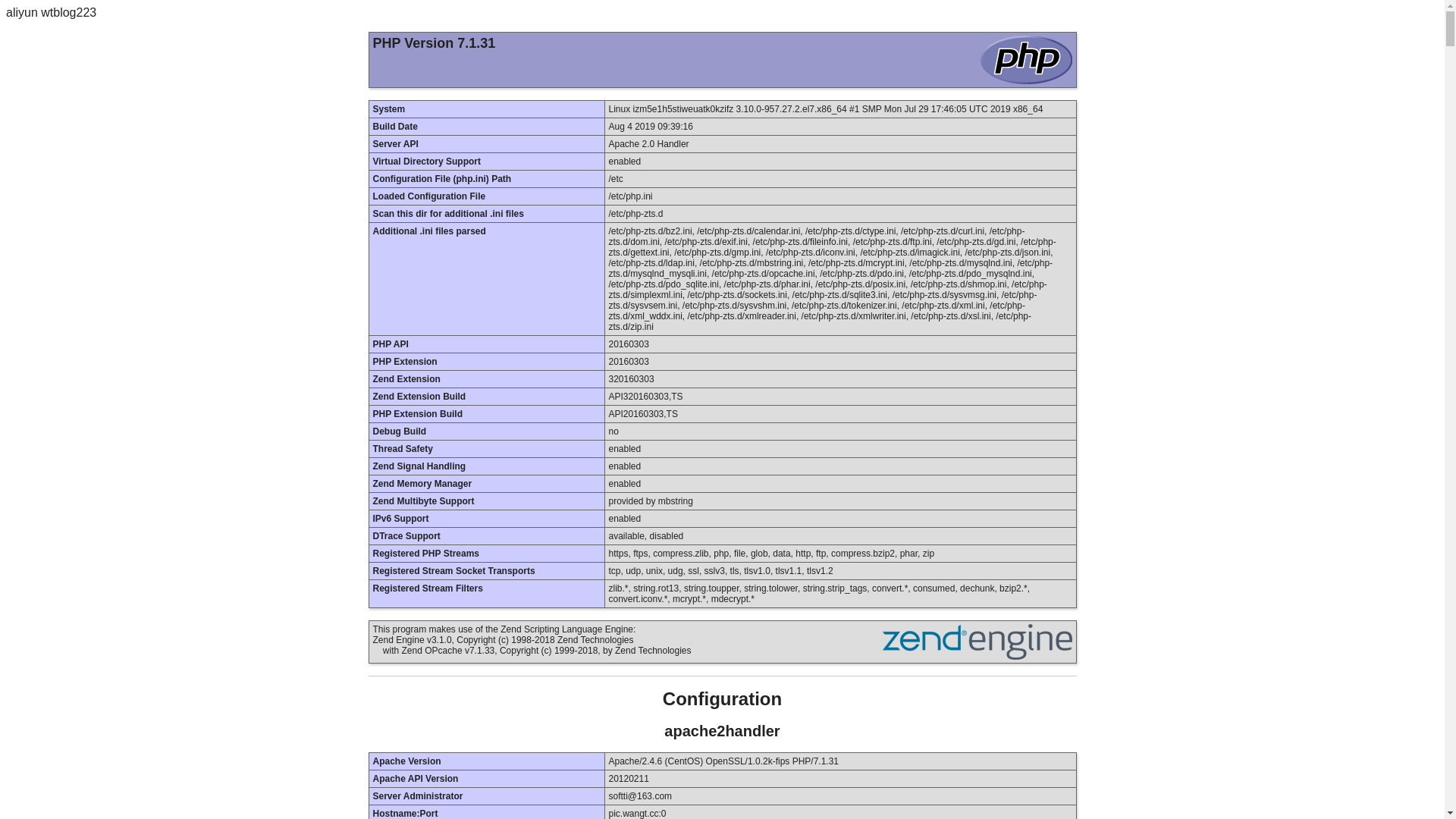 This screenshot has height=819, width=1456. What do you see at coordinates (664, 730) in the screenshot?
I see `'apache2handler'` at bounding box center [664, 730].